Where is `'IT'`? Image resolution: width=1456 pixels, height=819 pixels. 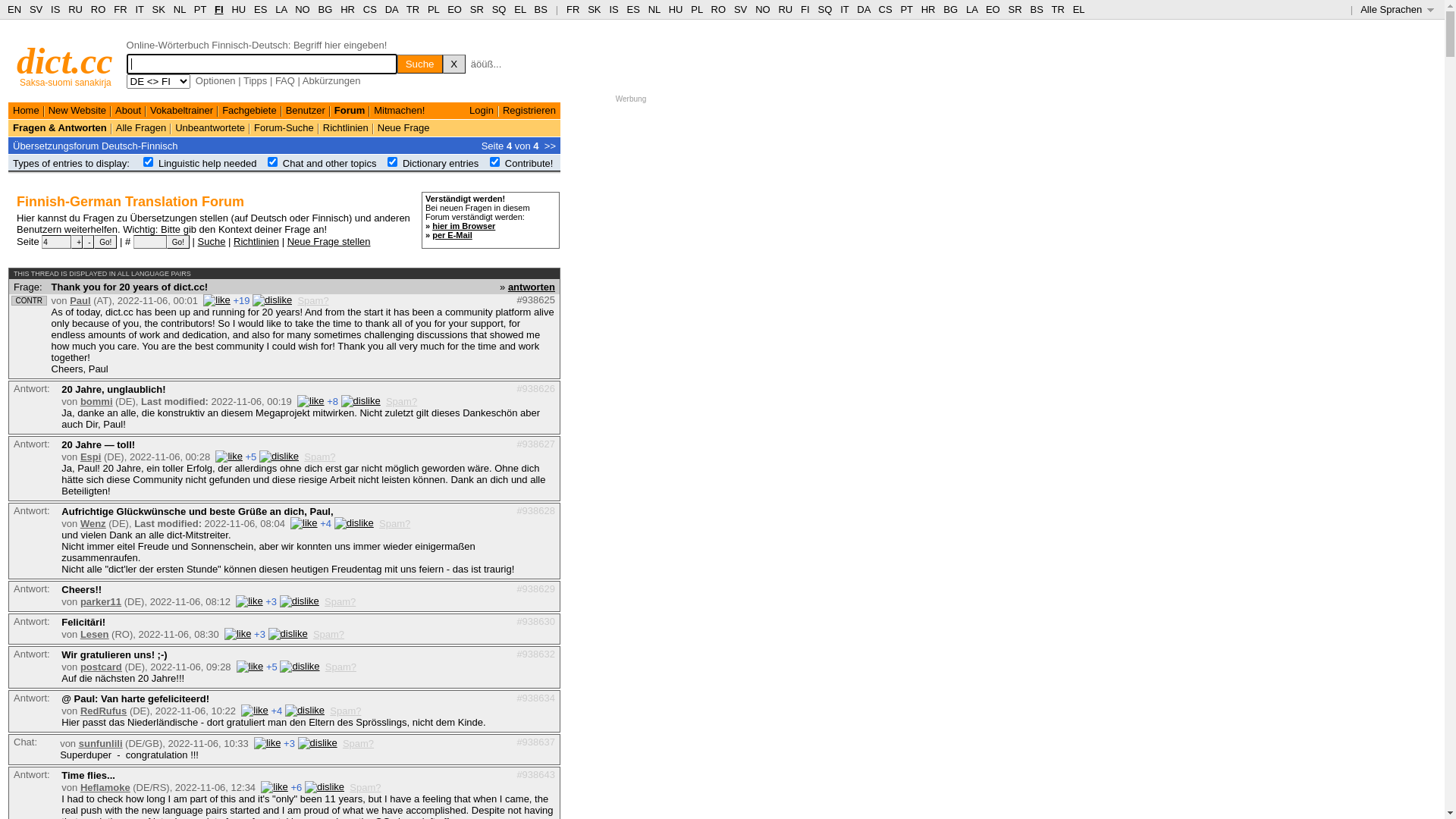 'IT' is located at coordinates (843, 9).